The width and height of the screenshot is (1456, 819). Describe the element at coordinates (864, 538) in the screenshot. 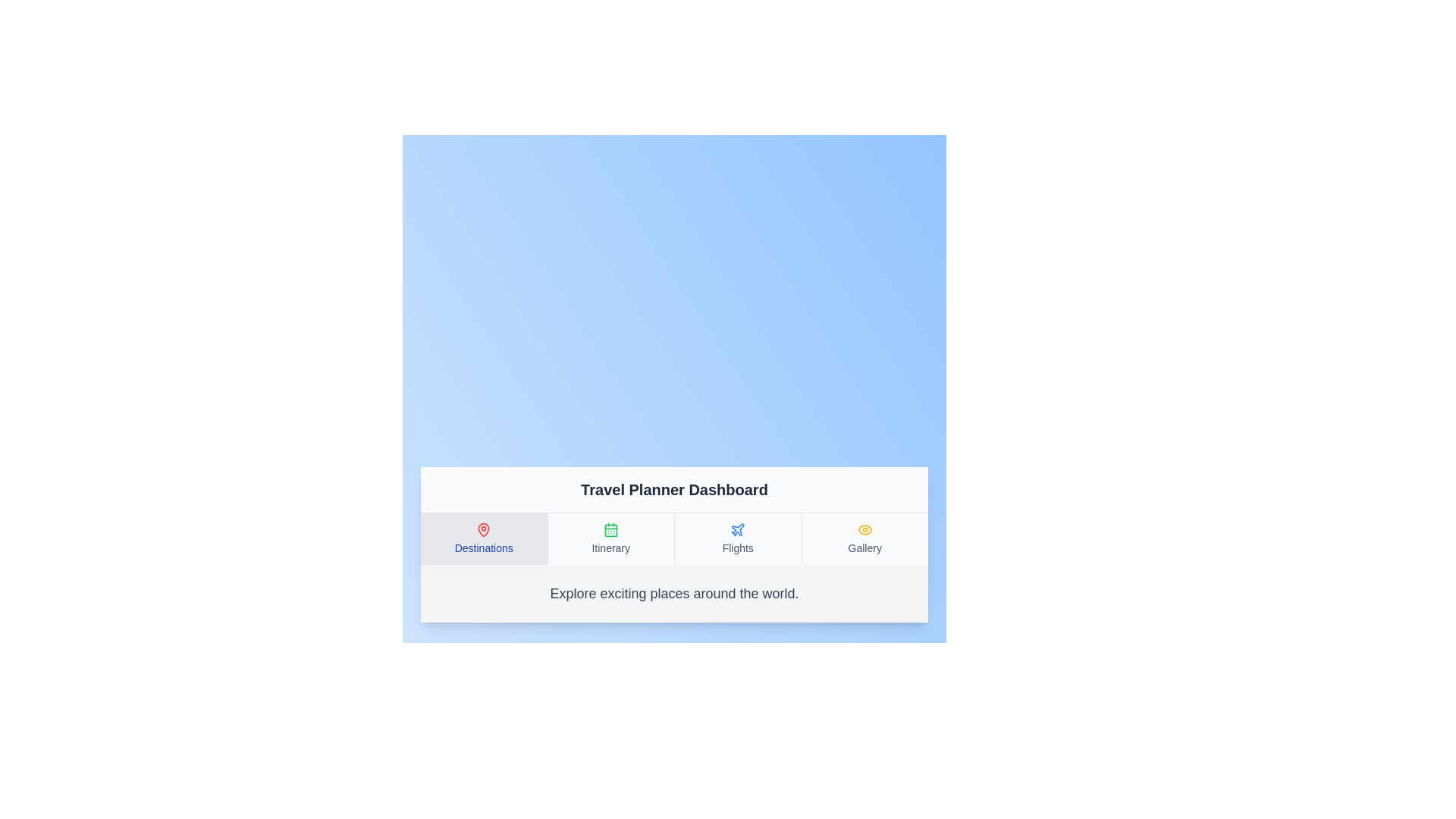

I see `the fourth button in the horizontal menu labeled 'Gallery', which features a yellow eye icon above gray text` at that location.